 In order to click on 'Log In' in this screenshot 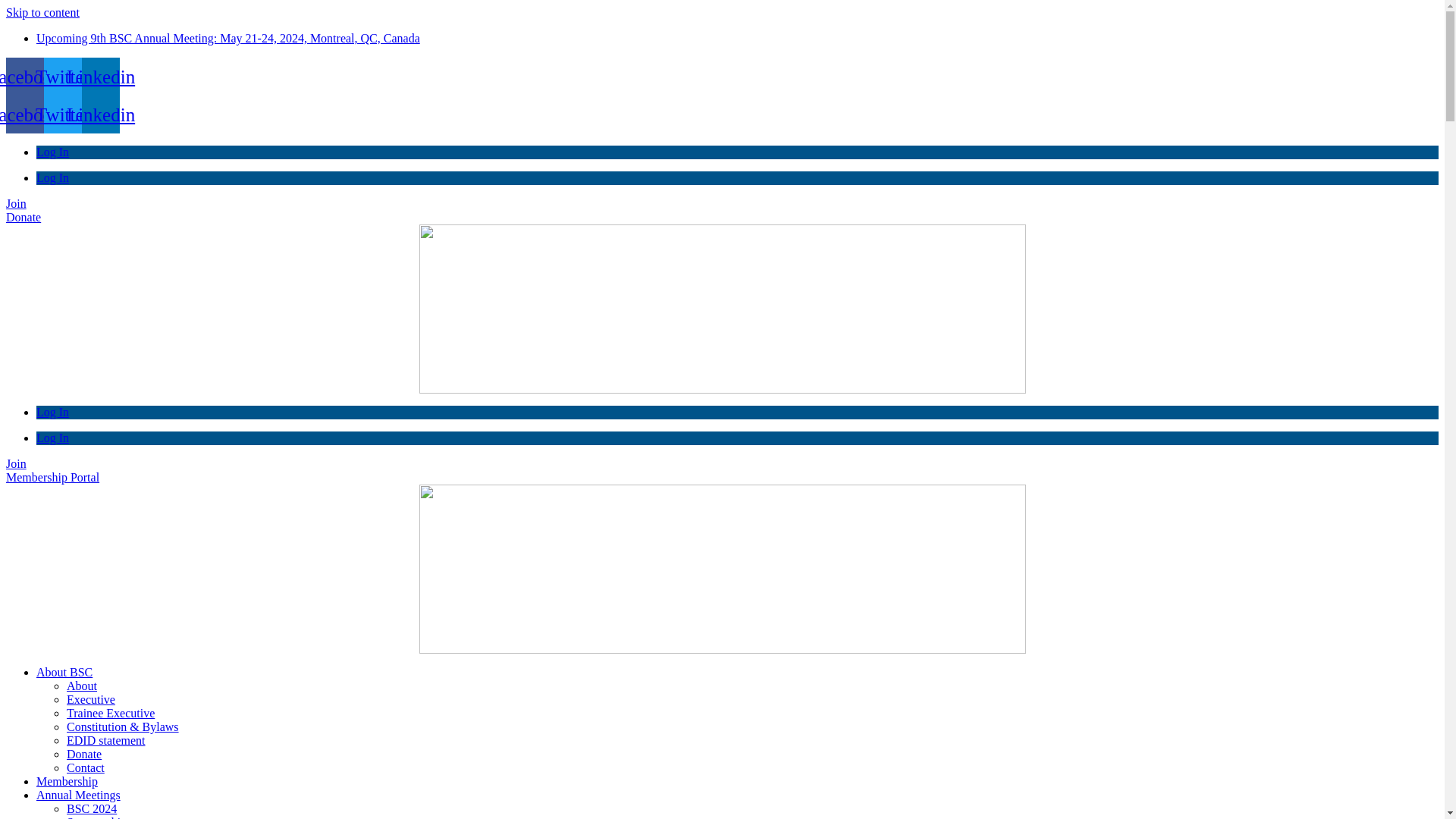, I will do `click(36, 152)`.